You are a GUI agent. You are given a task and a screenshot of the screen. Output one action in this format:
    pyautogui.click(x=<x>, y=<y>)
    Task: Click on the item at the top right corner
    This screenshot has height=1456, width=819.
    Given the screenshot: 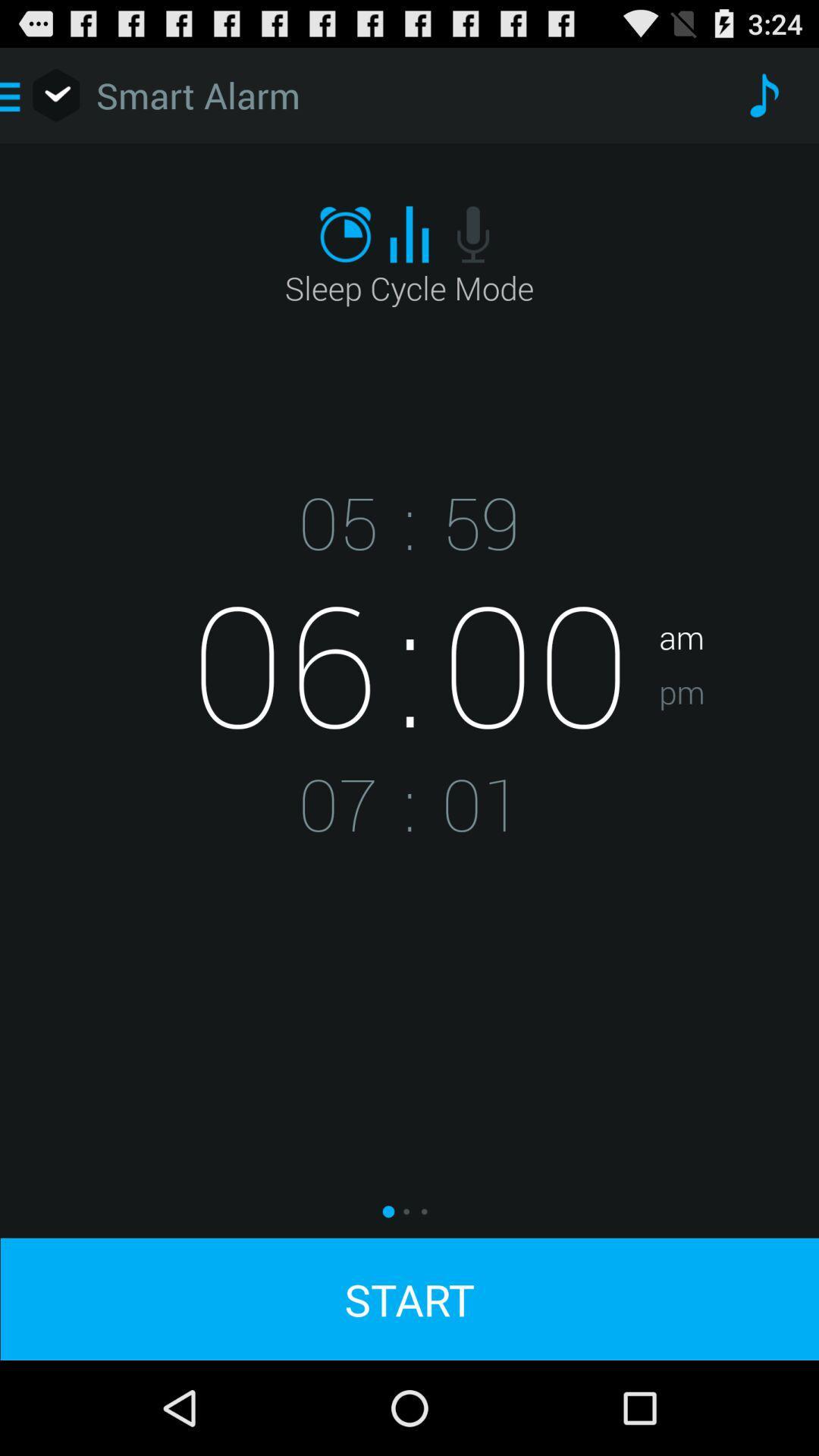 What is the action you would take?
    pyautogui.click(x=763, y=94)
    